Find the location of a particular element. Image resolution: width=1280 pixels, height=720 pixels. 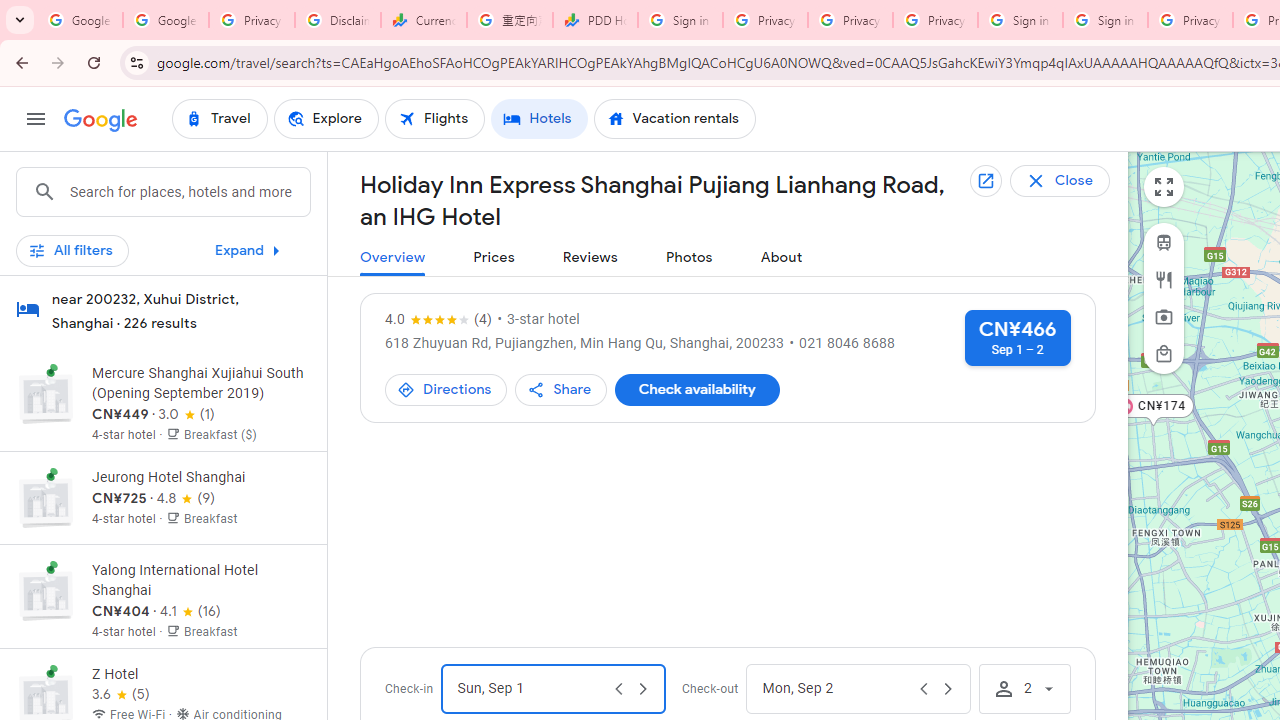

'Currencies - Google Finance' is located at coordinates (423, 20).